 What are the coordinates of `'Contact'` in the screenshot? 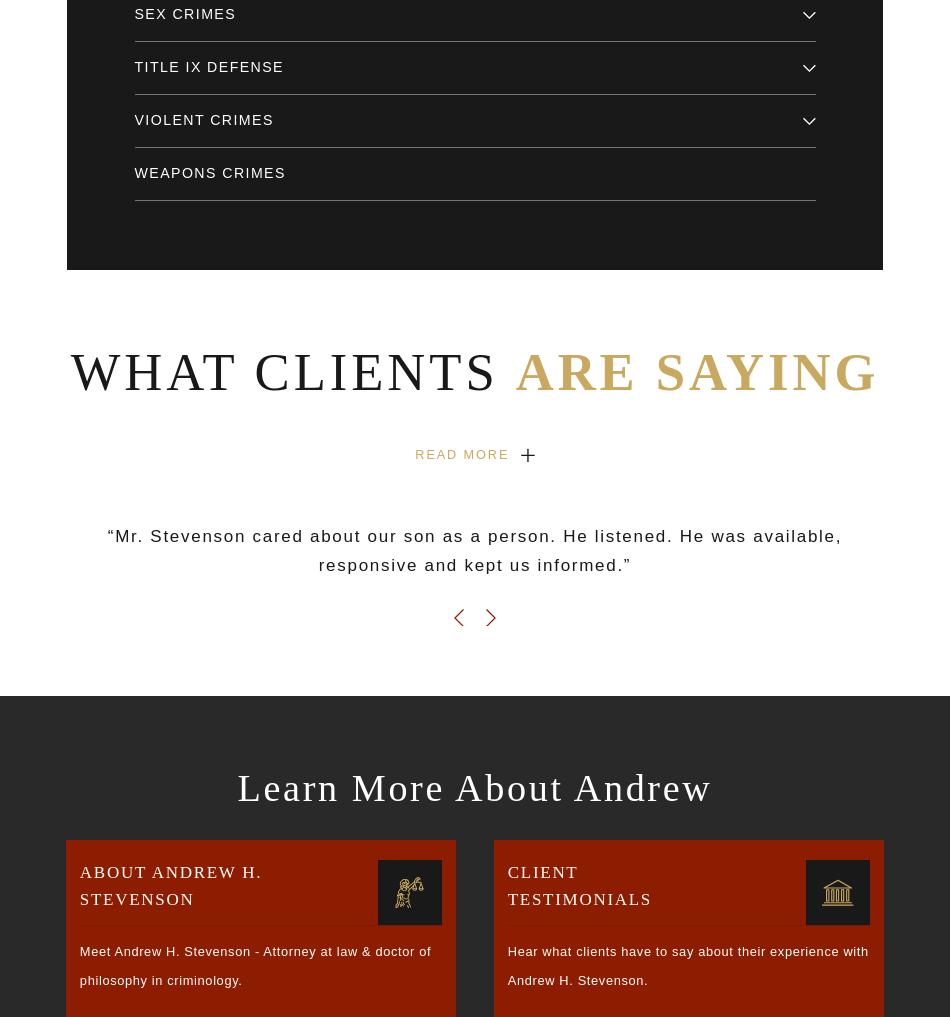 It's located at (66, 611).